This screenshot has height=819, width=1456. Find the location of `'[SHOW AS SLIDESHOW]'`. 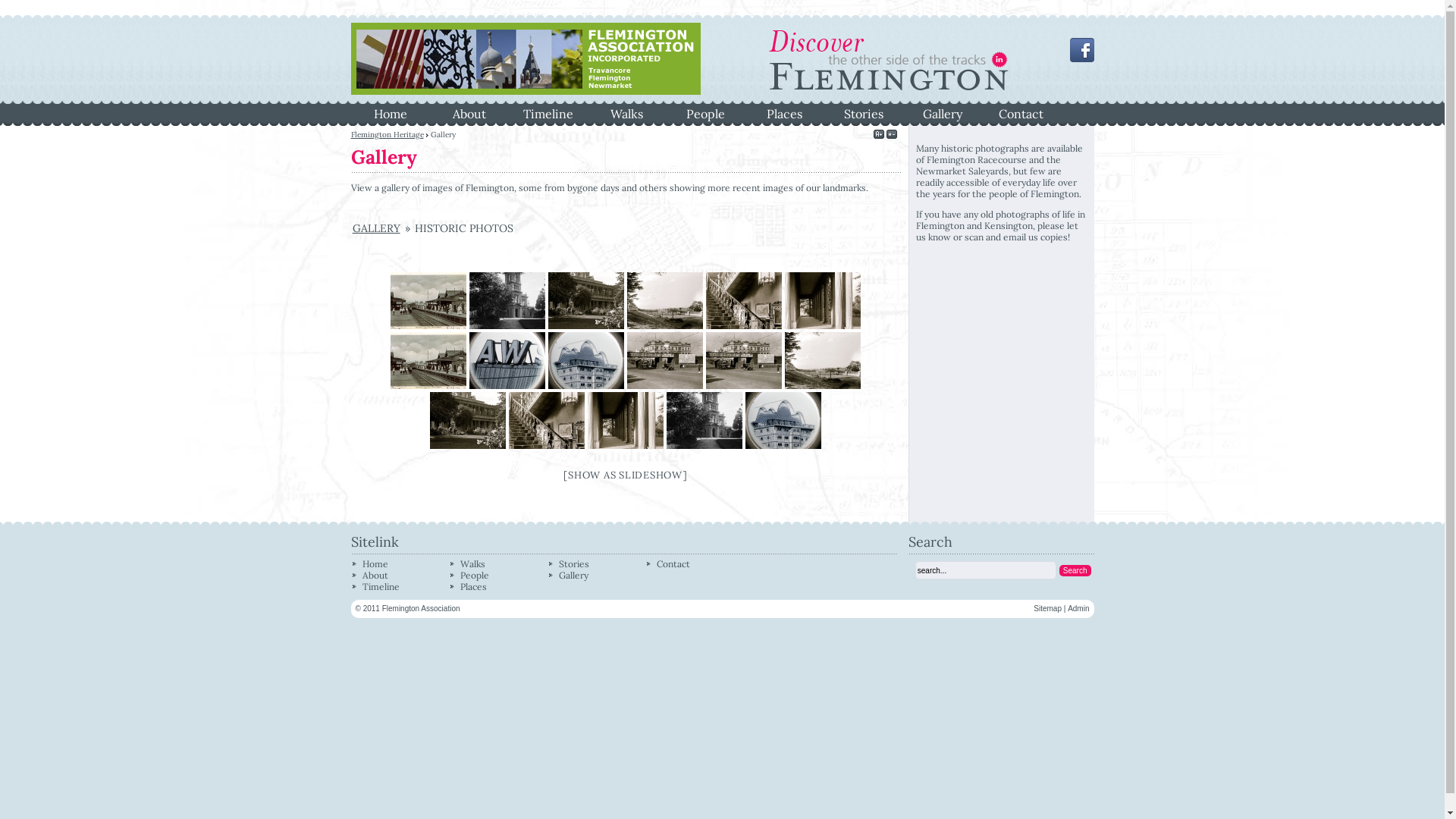

'[SHOW AS SLIDESHOW]' is located at coordinates (625, 474).